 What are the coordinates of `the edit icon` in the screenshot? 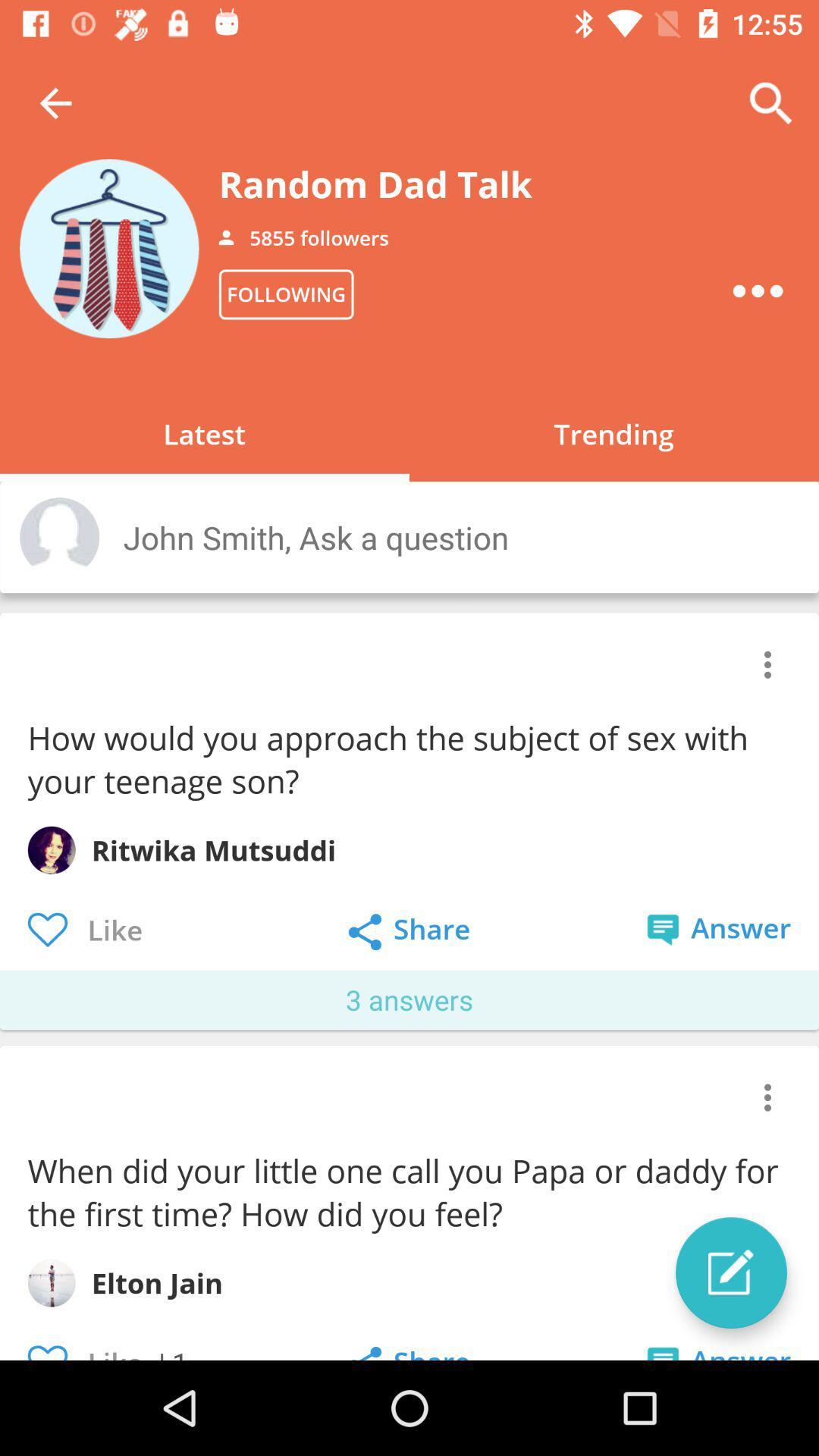 It's located at (730, 1272).